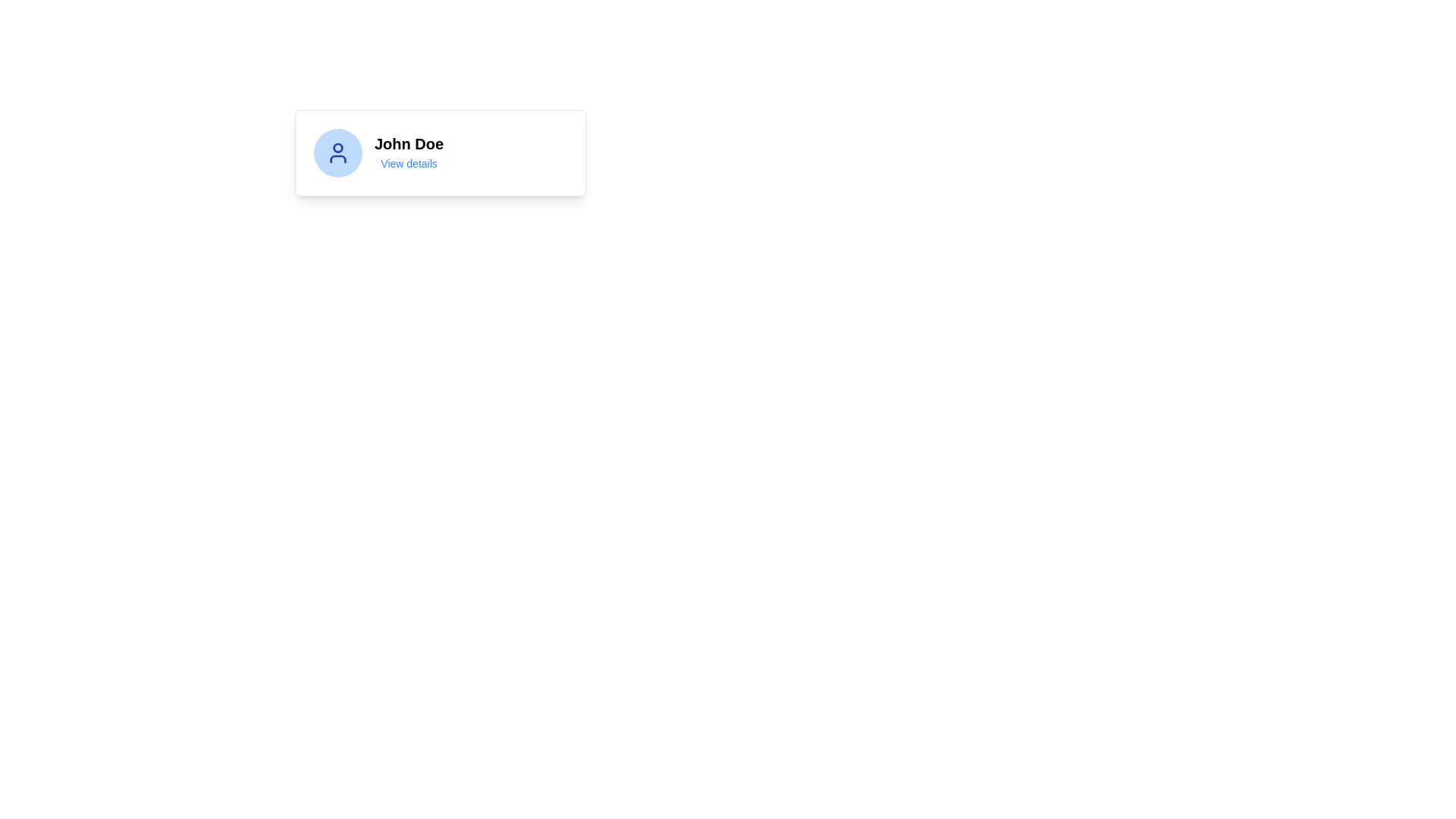  What do you see at coordinates (337, 152) in the screenshot?
I see `the blue user icon with a circular profile and shoulders outline, which is located to the left of the 'John Doe' text and 'View details' link` at bounding box center [337, 152].